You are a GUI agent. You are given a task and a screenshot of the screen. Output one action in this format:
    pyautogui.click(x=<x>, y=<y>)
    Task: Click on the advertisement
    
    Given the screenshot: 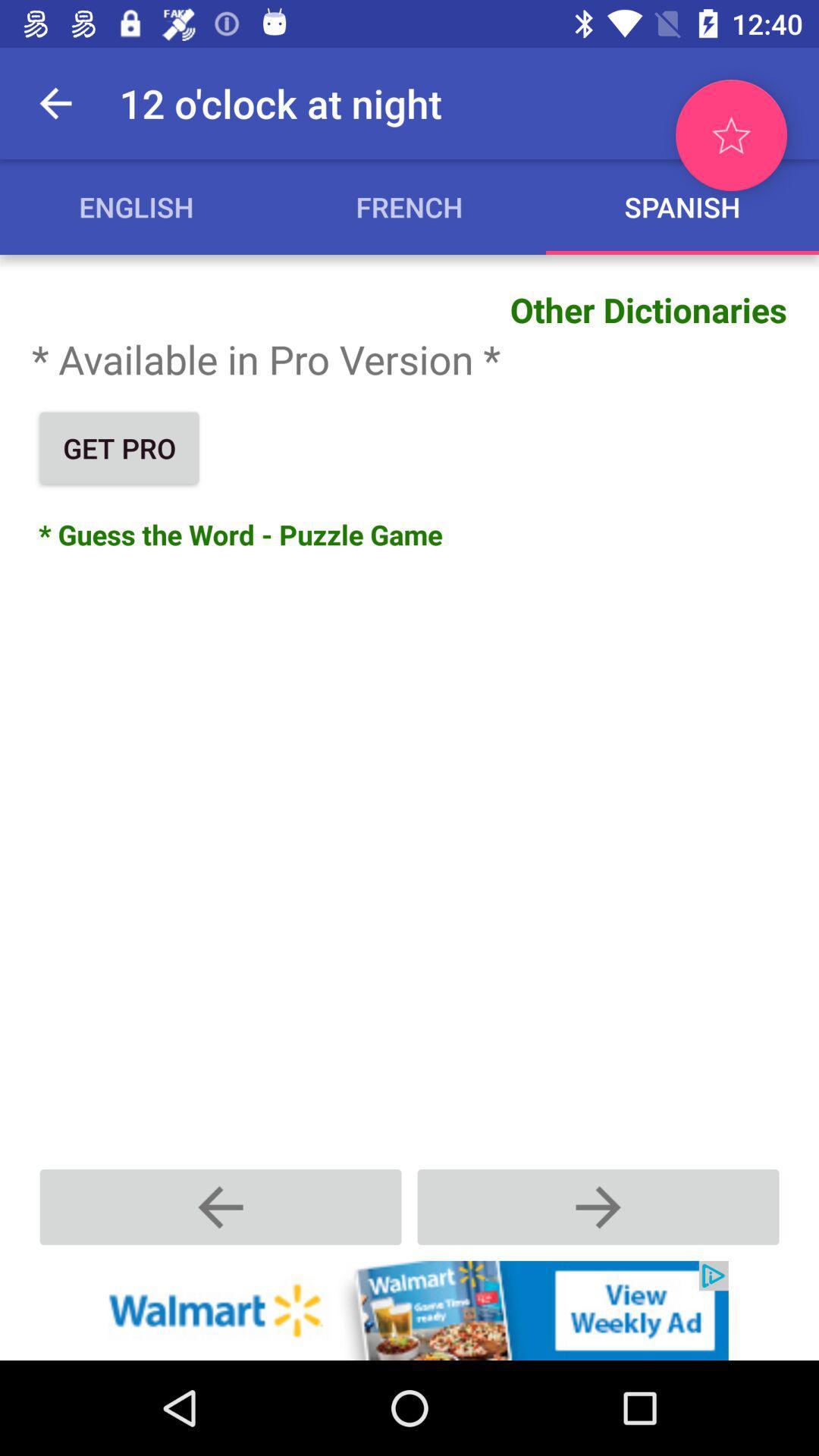 What is the action you would take?
    pyautogui.click(x=409, y=1310)
    